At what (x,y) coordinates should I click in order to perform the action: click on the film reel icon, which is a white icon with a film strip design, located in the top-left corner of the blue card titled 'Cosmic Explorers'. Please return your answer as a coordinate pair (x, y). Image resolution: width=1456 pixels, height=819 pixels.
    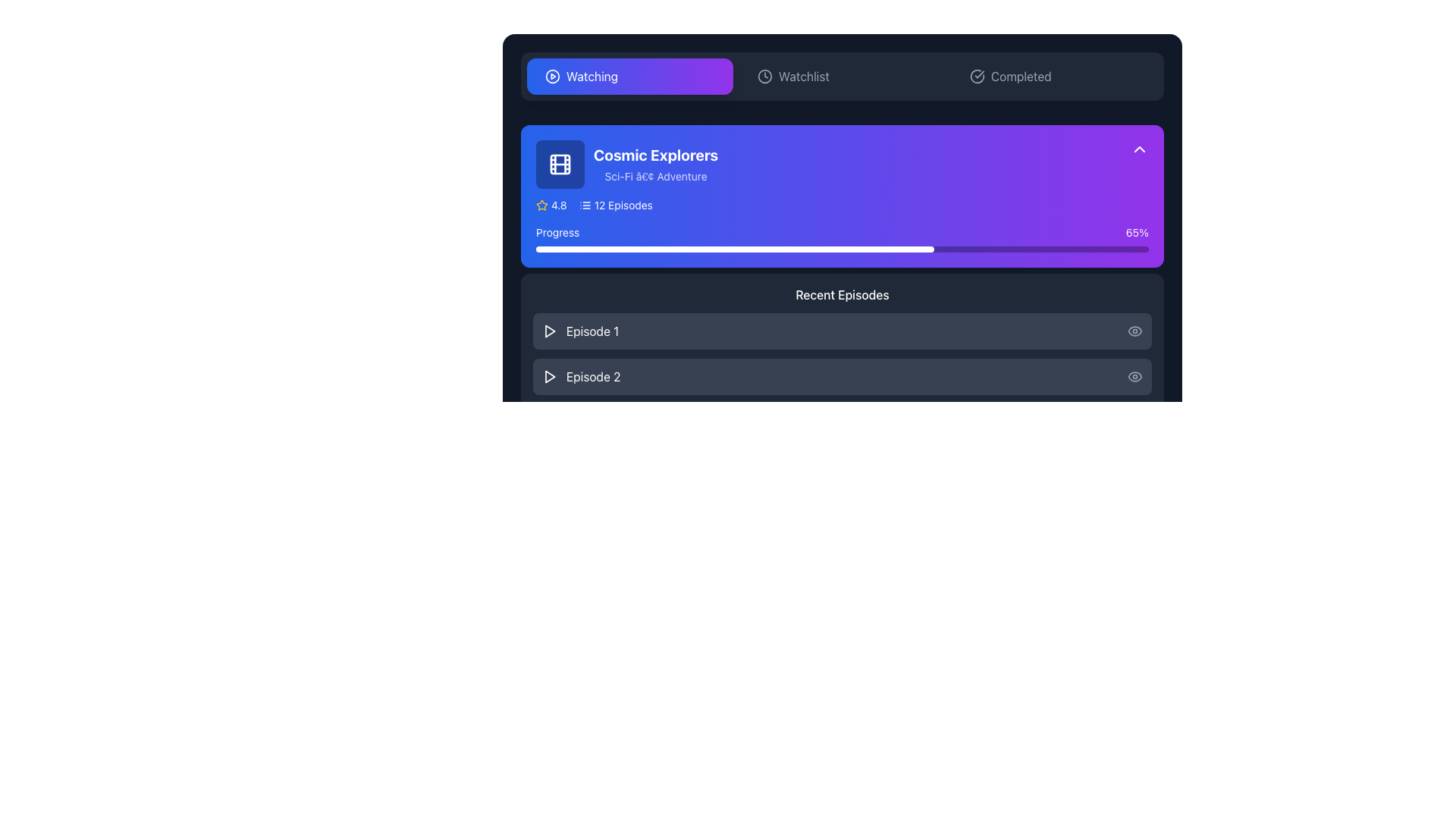
    Looking at the image, I should click on (560, 164).